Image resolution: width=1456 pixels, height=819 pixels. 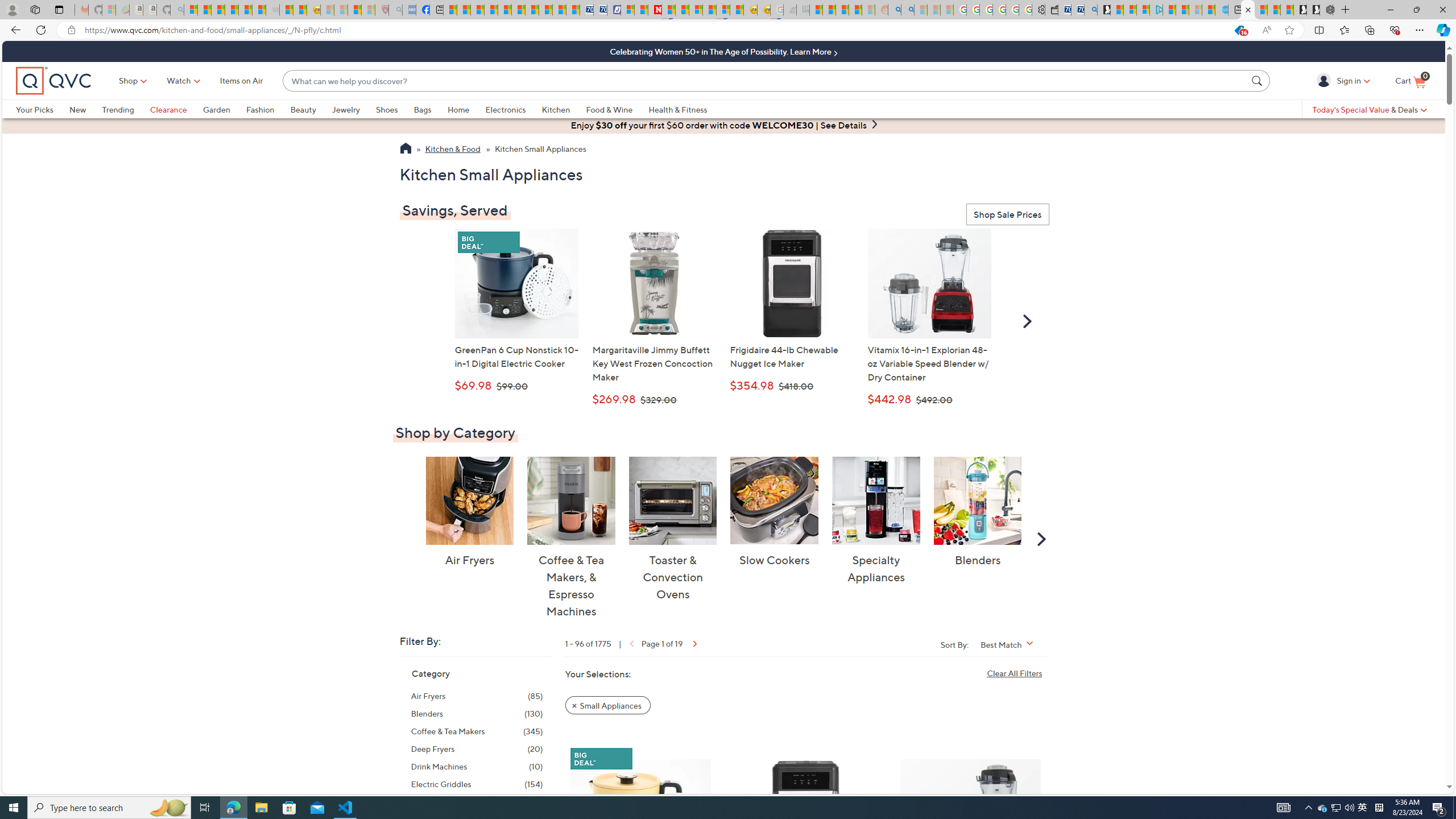 What do you see at coordinates (655, 9) in the screenshot?
I see `'Latest Politics News & Archive | Newsweek.com'` at bounding box center [655, 9].